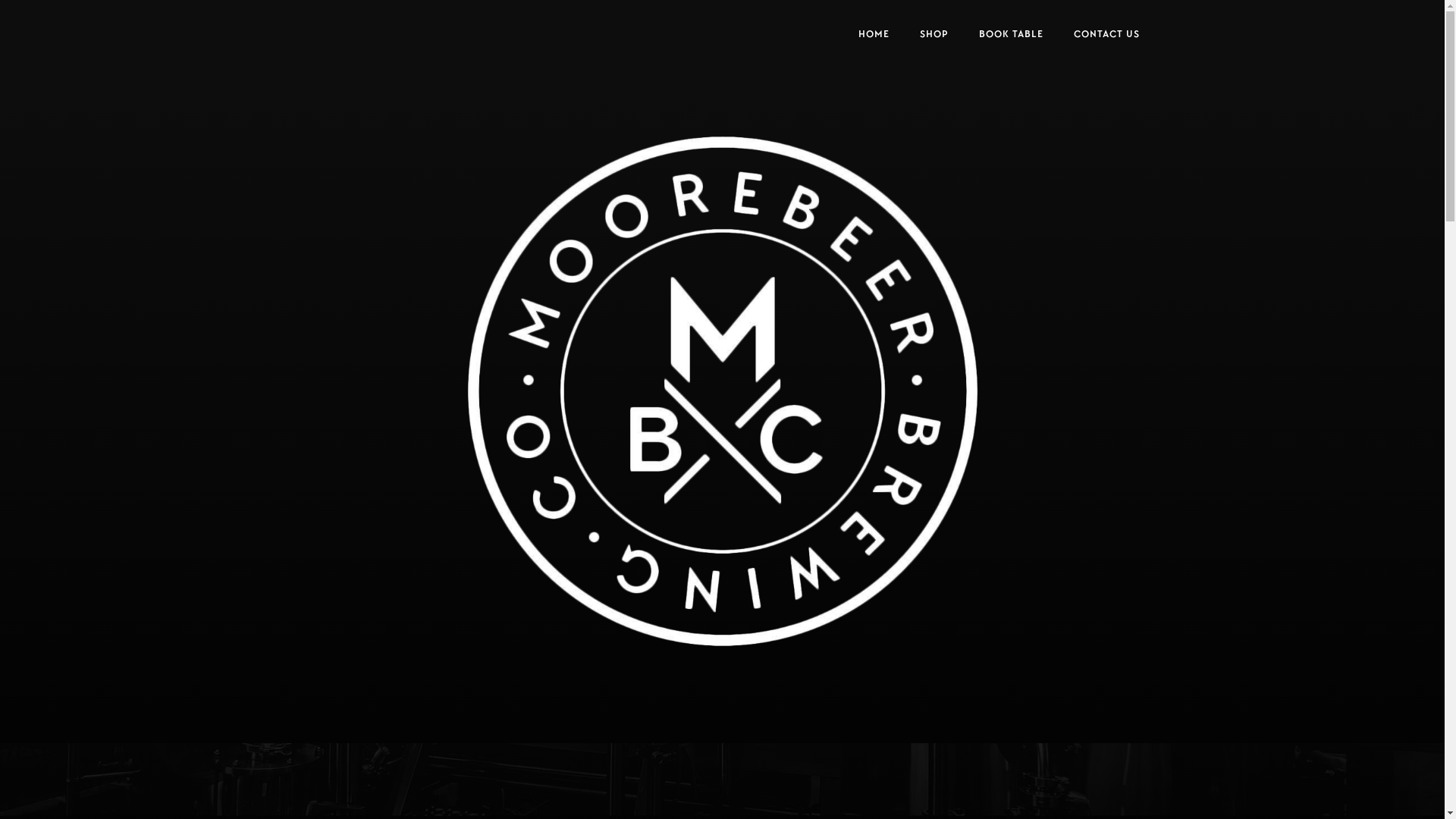 This screenshot has height=819, width=1456. I want to click on 'BOOK TABLE', so click(1010, 34).